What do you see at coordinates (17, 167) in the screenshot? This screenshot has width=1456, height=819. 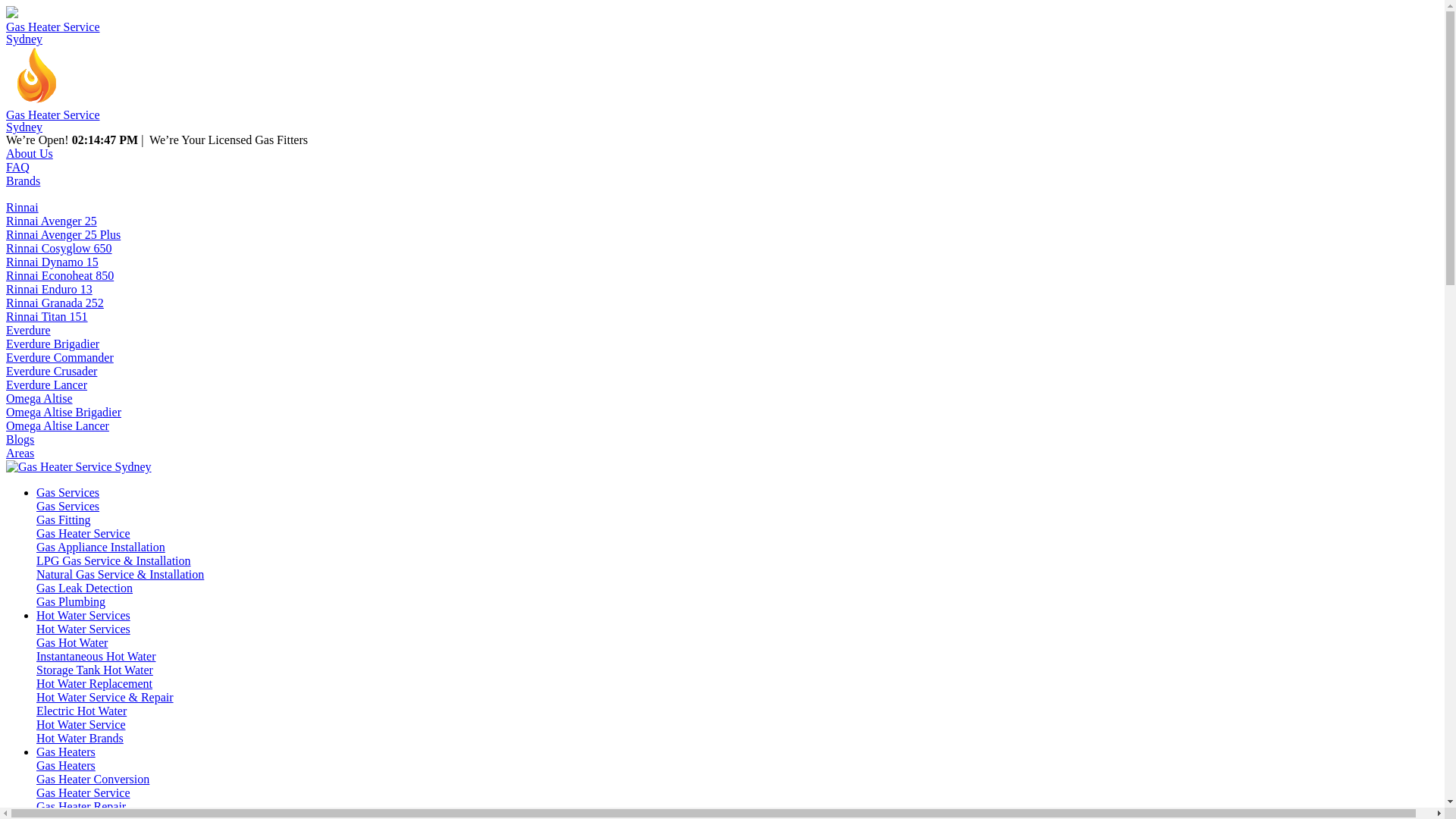 I see `'FAQ'` at bounding box center [17, 167].